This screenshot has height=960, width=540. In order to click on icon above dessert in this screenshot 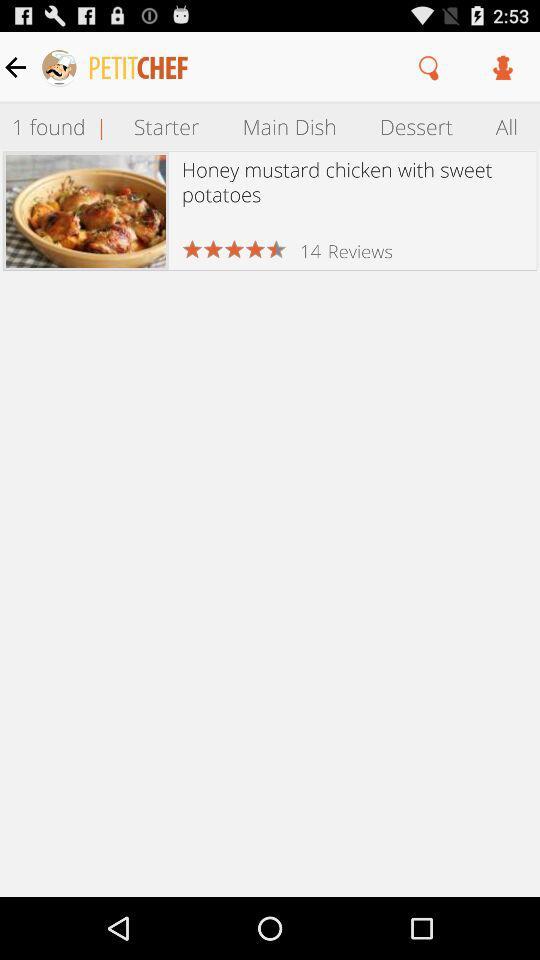, I will do `click(428, 67)`.